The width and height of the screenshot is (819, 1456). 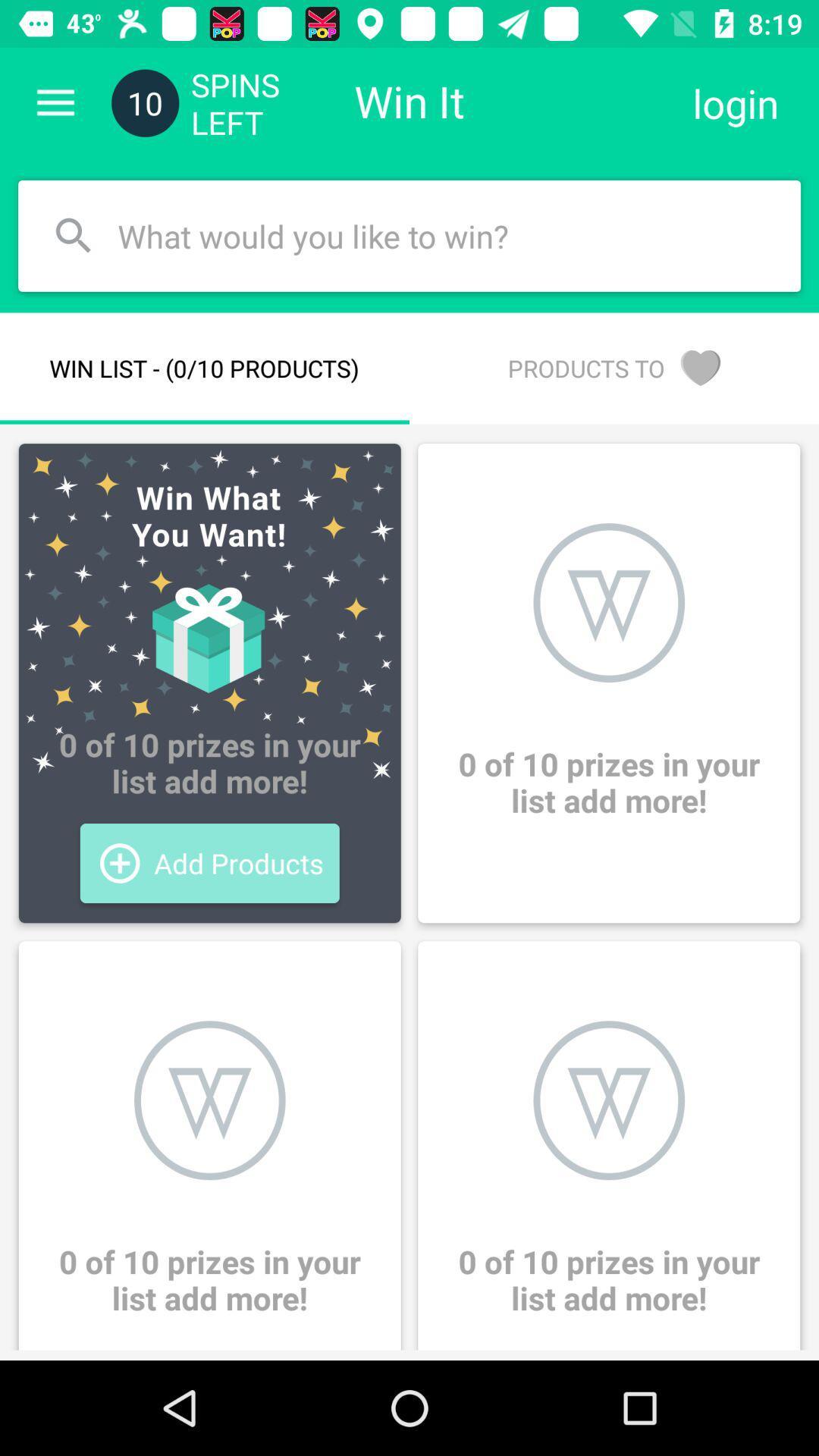 I want to click on the login icon, so click(x=735, y=102).